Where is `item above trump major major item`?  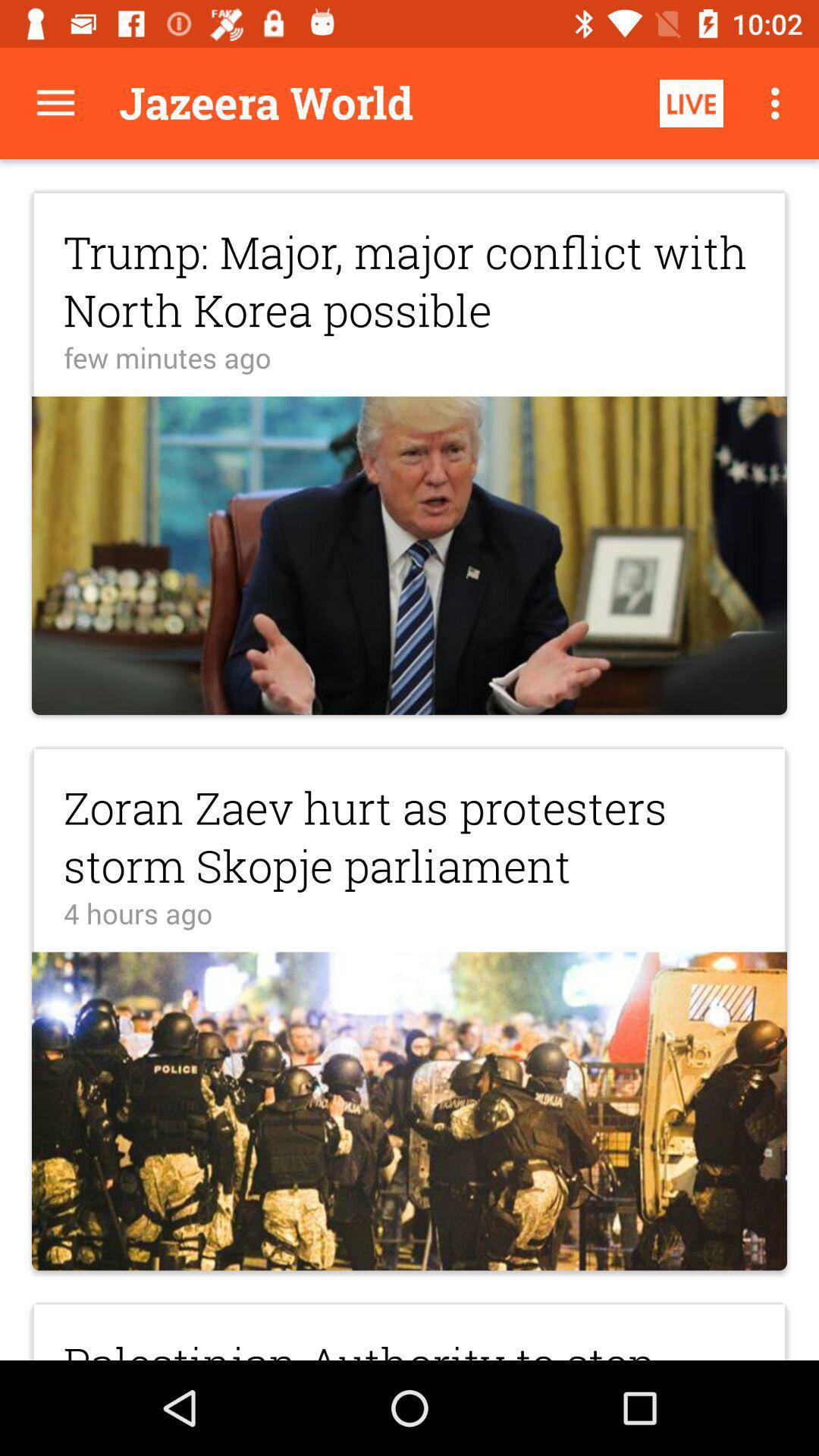 item above trump major major item is located at coordinates (691, 102).